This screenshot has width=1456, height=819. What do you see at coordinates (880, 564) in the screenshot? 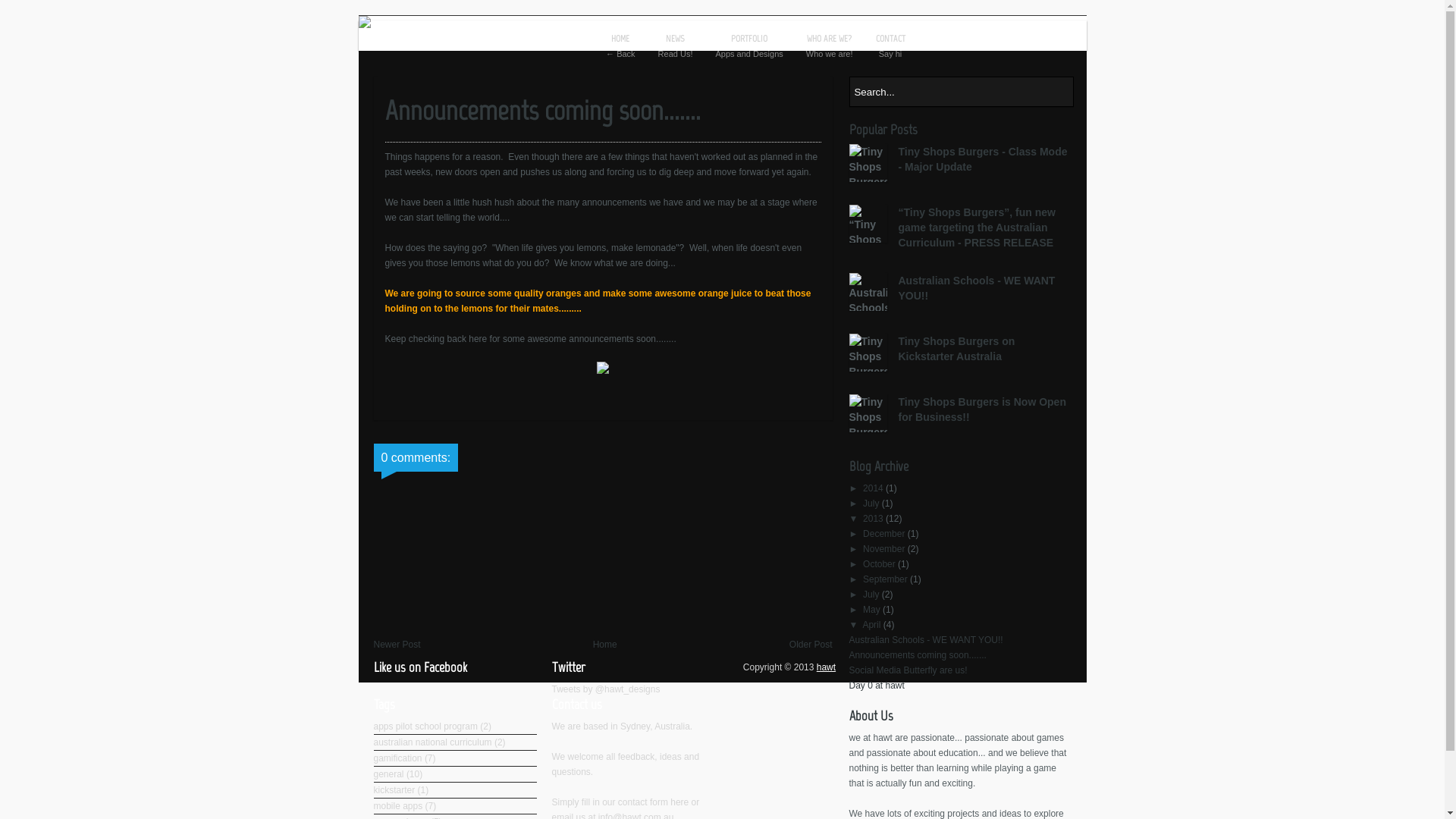
I see `'October'` at bounding box center [880, 564].